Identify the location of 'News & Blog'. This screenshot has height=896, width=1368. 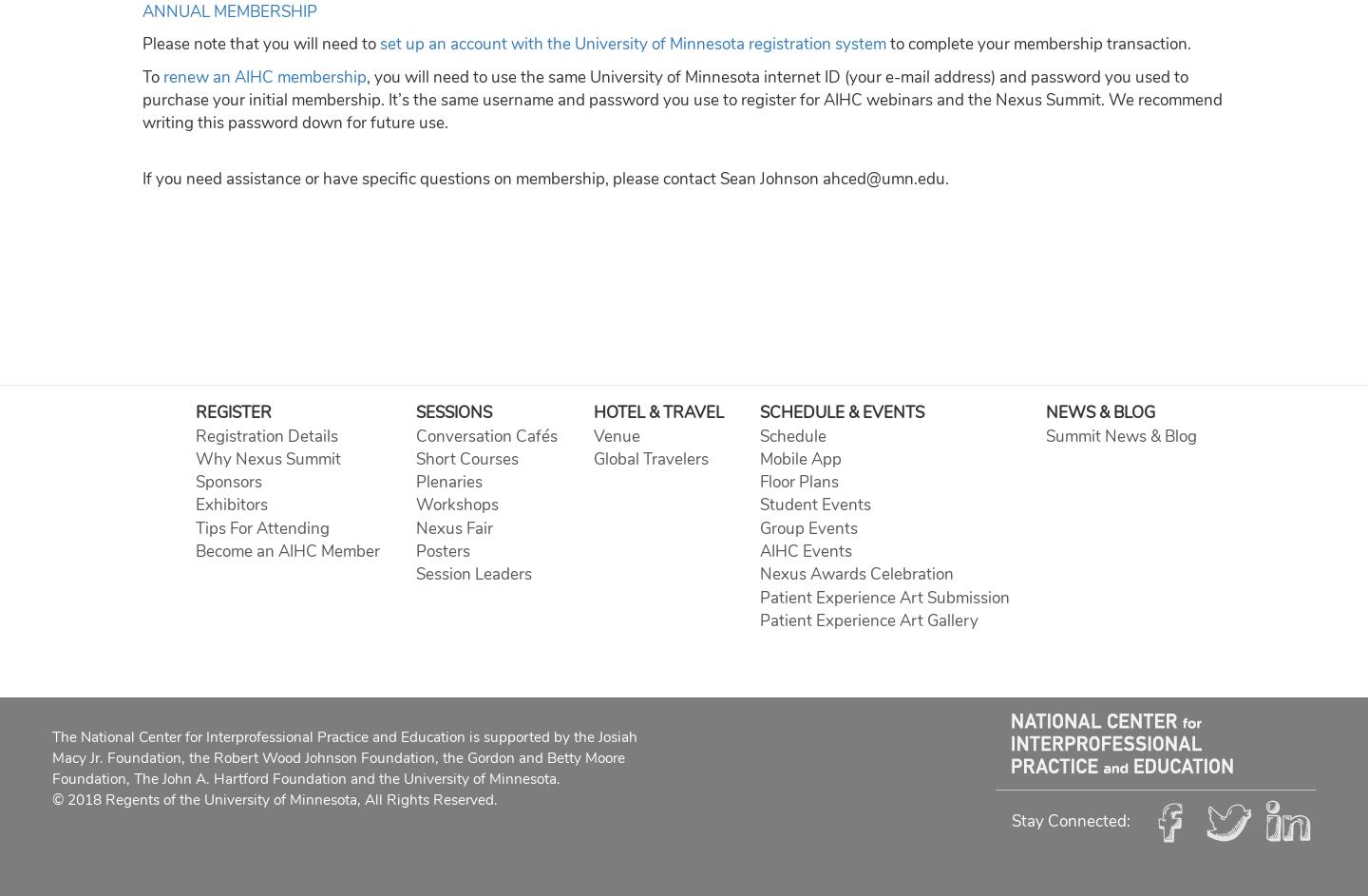
(1099, 412).